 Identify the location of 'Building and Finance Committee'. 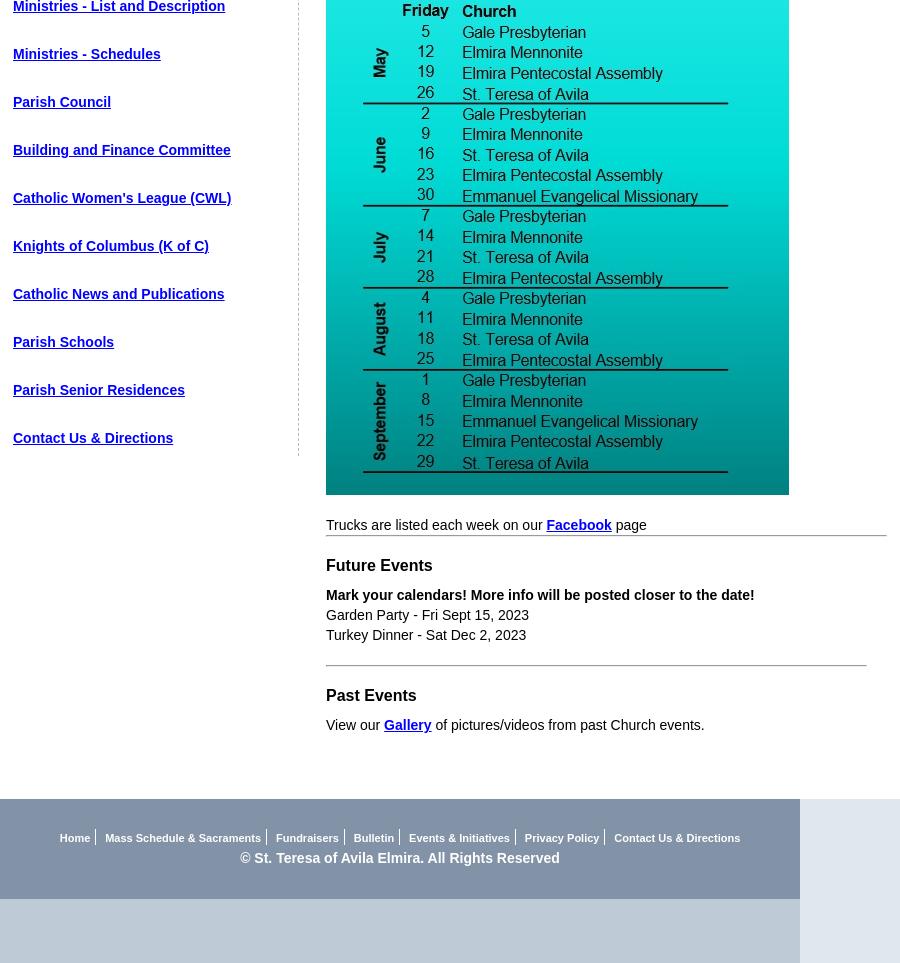
(11, 150).